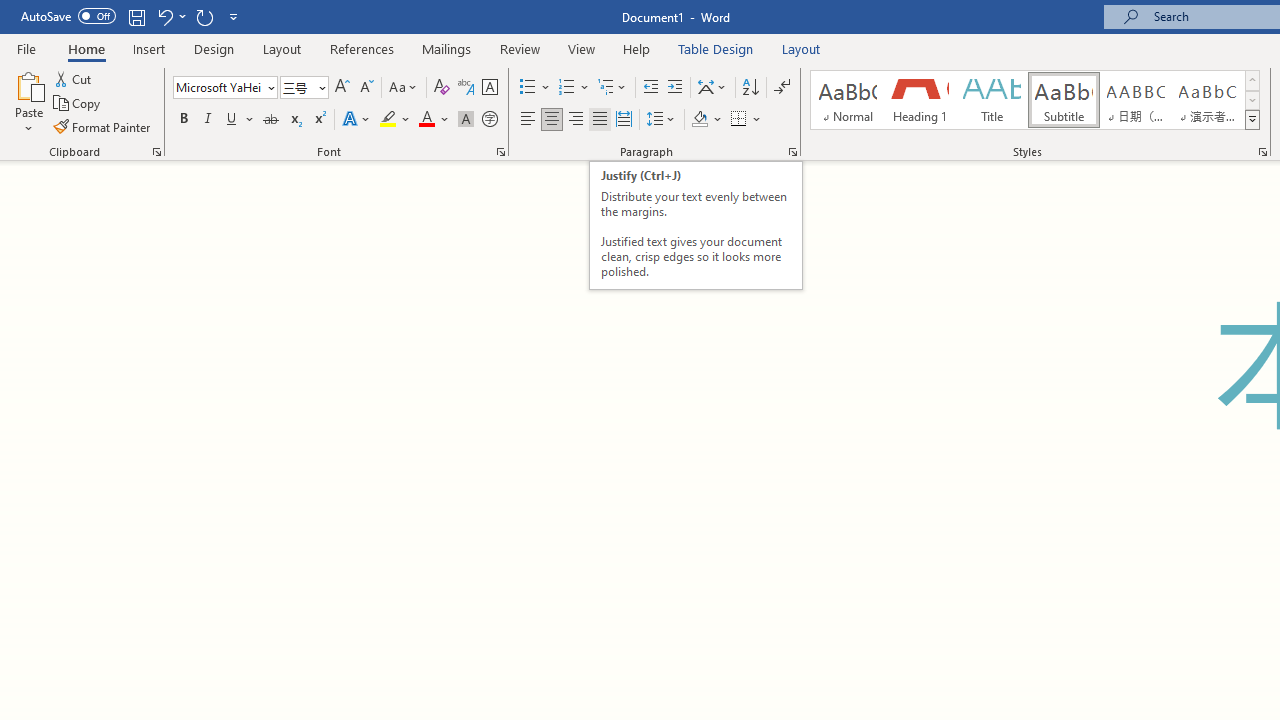 Image resolution: width=1280 pixels, height=720 pixels. I want to click on 'Cut', so click(74, 78).